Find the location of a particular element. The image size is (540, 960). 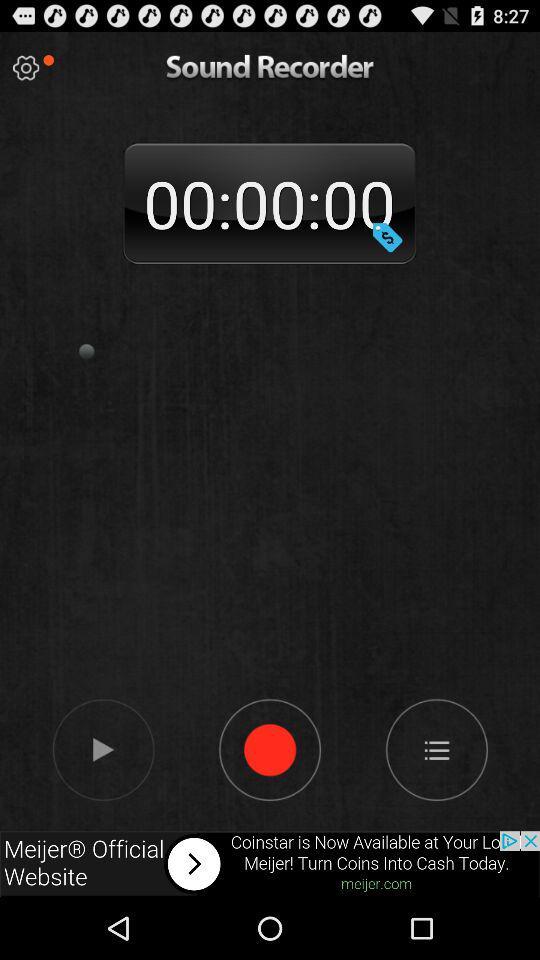

the settings icon is located at coordinates (25, 73).